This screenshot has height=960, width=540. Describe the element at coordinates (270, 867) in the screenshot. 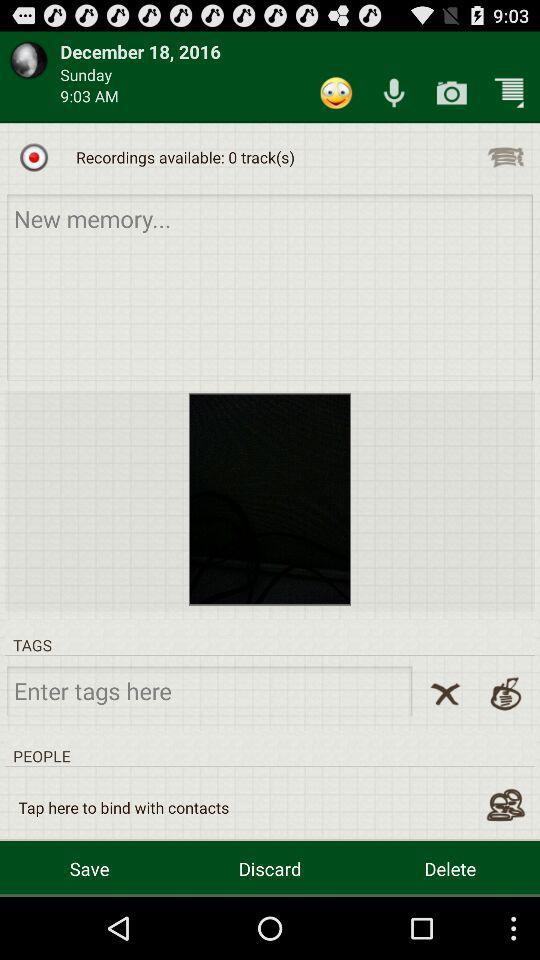

I see `app below tap here to item` at that location.